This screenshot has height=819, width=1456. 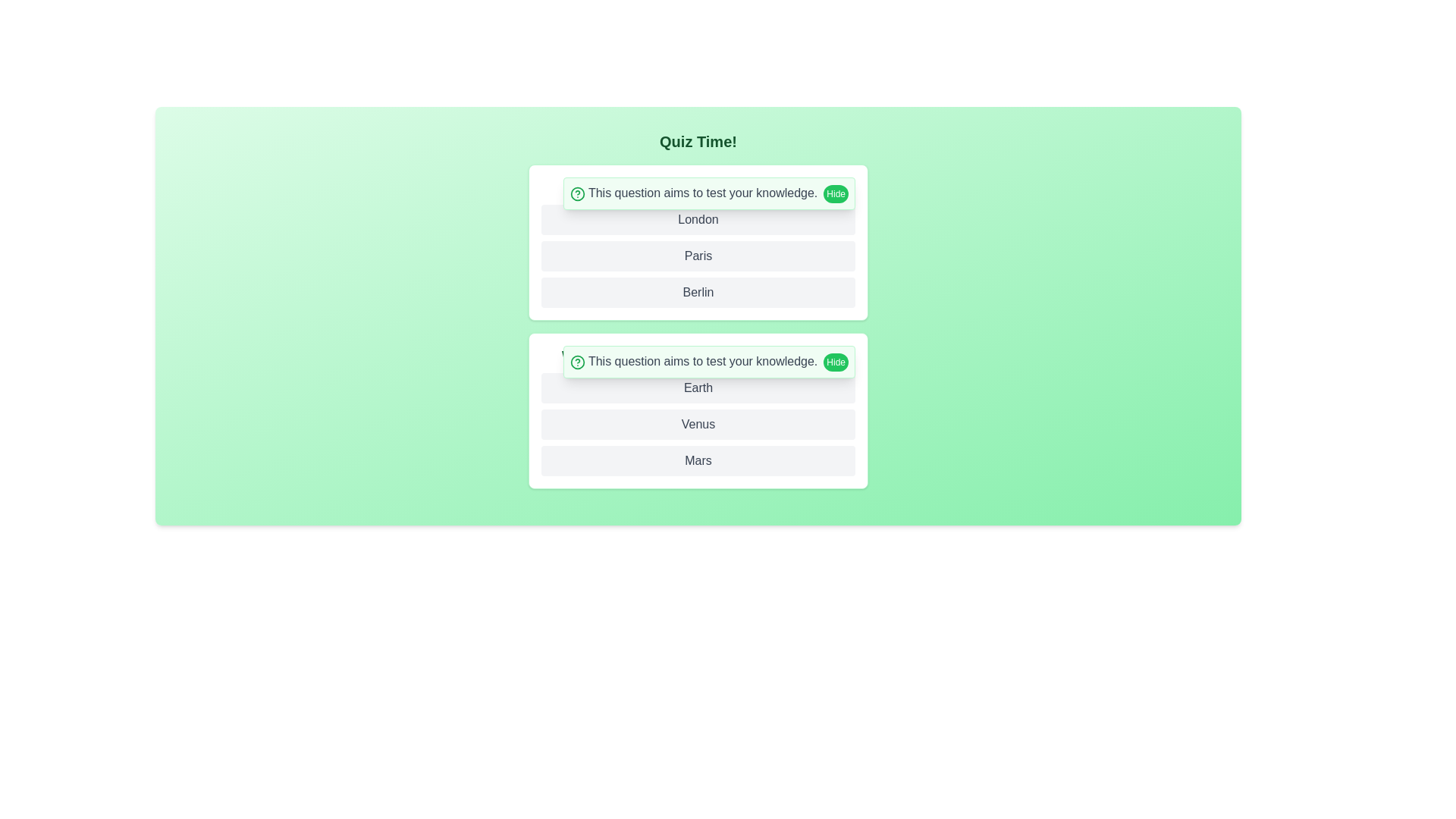 I want to click on the circular icon located within the green section, which is positioned to the left of the text 'This question aims to test your knowledge.', so click(x=576, y=362).